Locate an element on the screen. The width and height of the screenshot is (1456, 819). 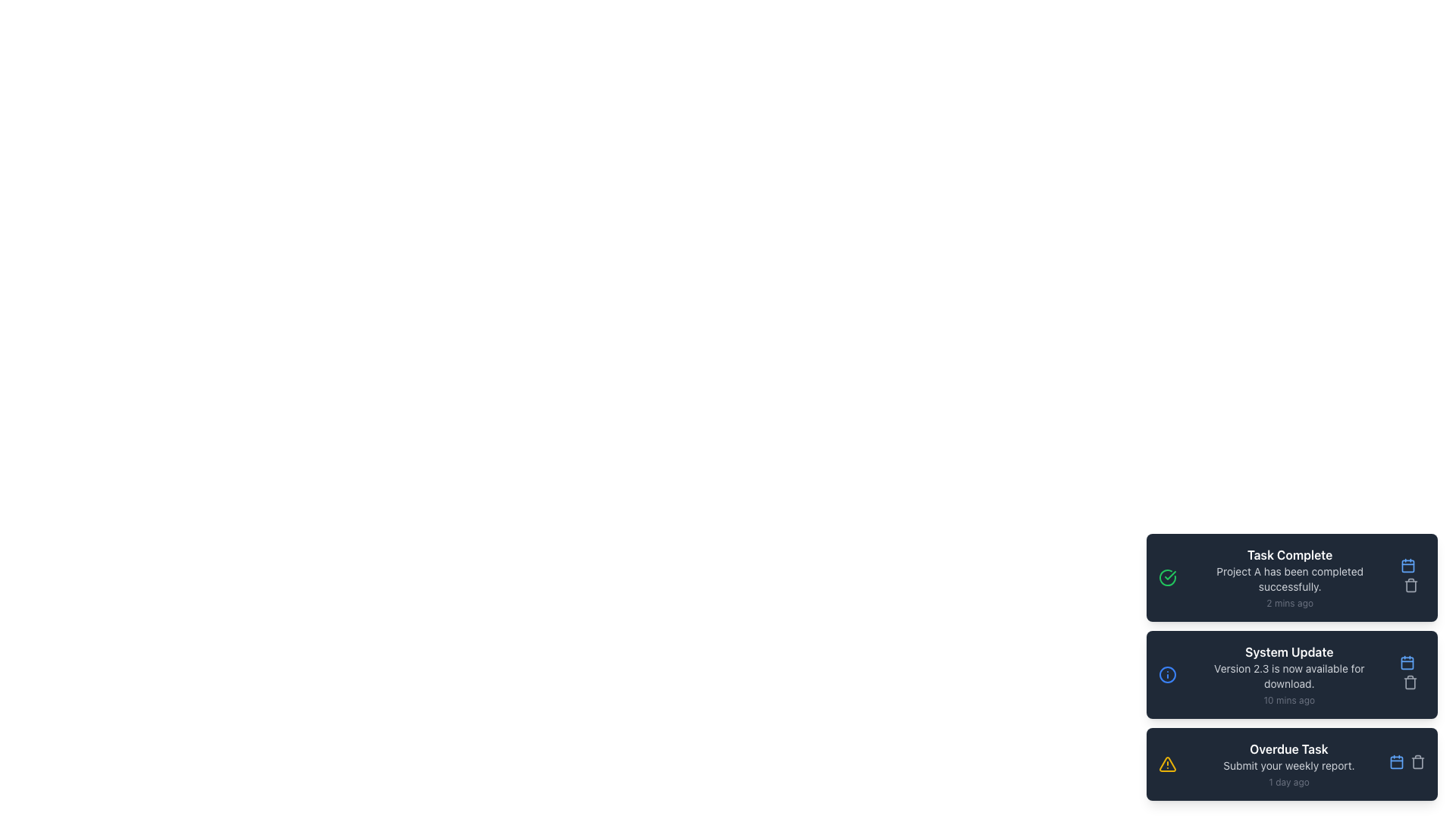
the decorative SVG circle element representing the 'System Update' notification, which is located to the left of the notification text is located at coordinates (1167, 674).